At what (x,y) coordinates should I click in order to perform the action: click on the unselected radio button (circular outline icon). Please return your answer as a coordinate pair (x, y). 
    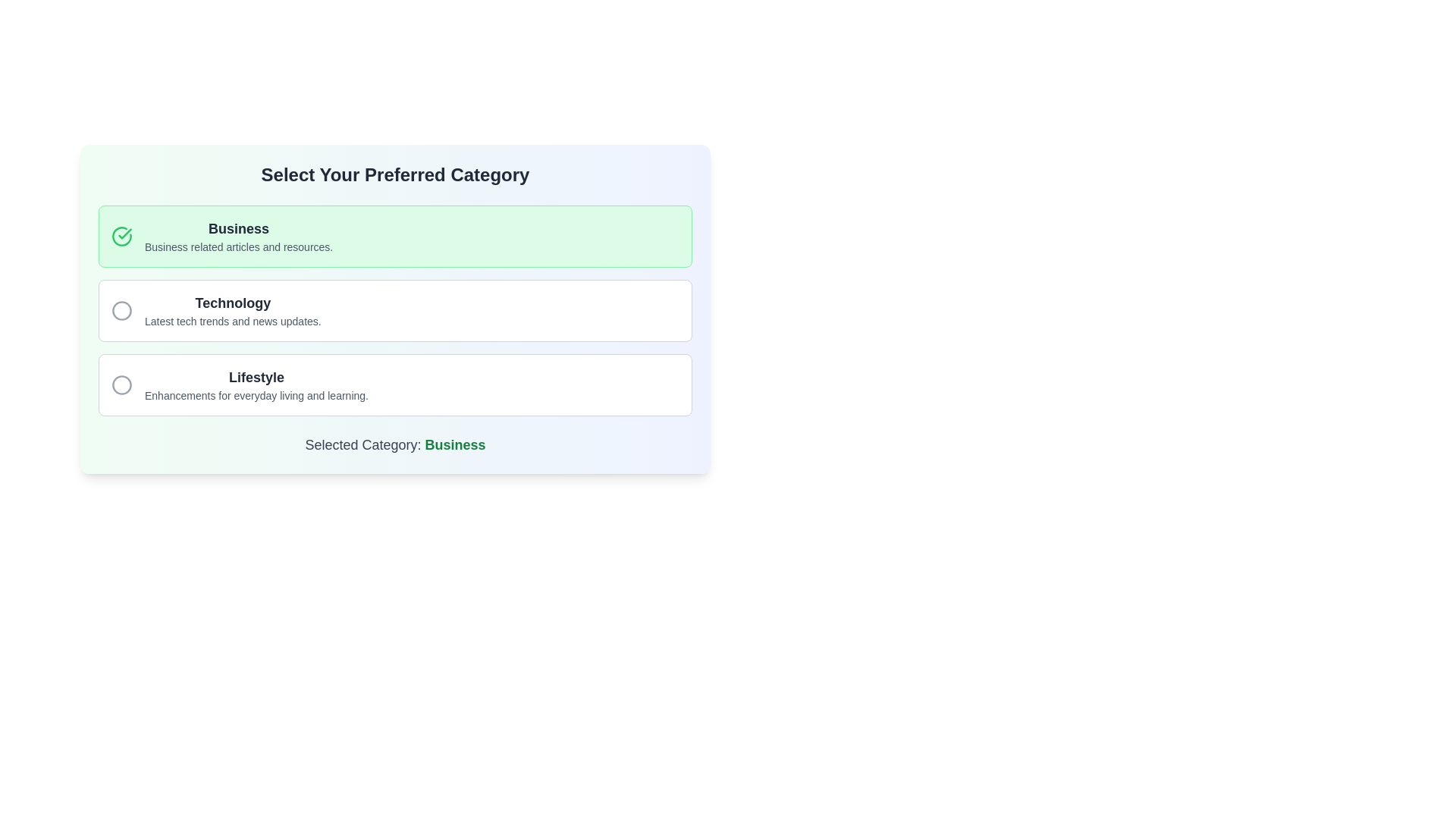
    Looking at the image, I should click on (122, 384).